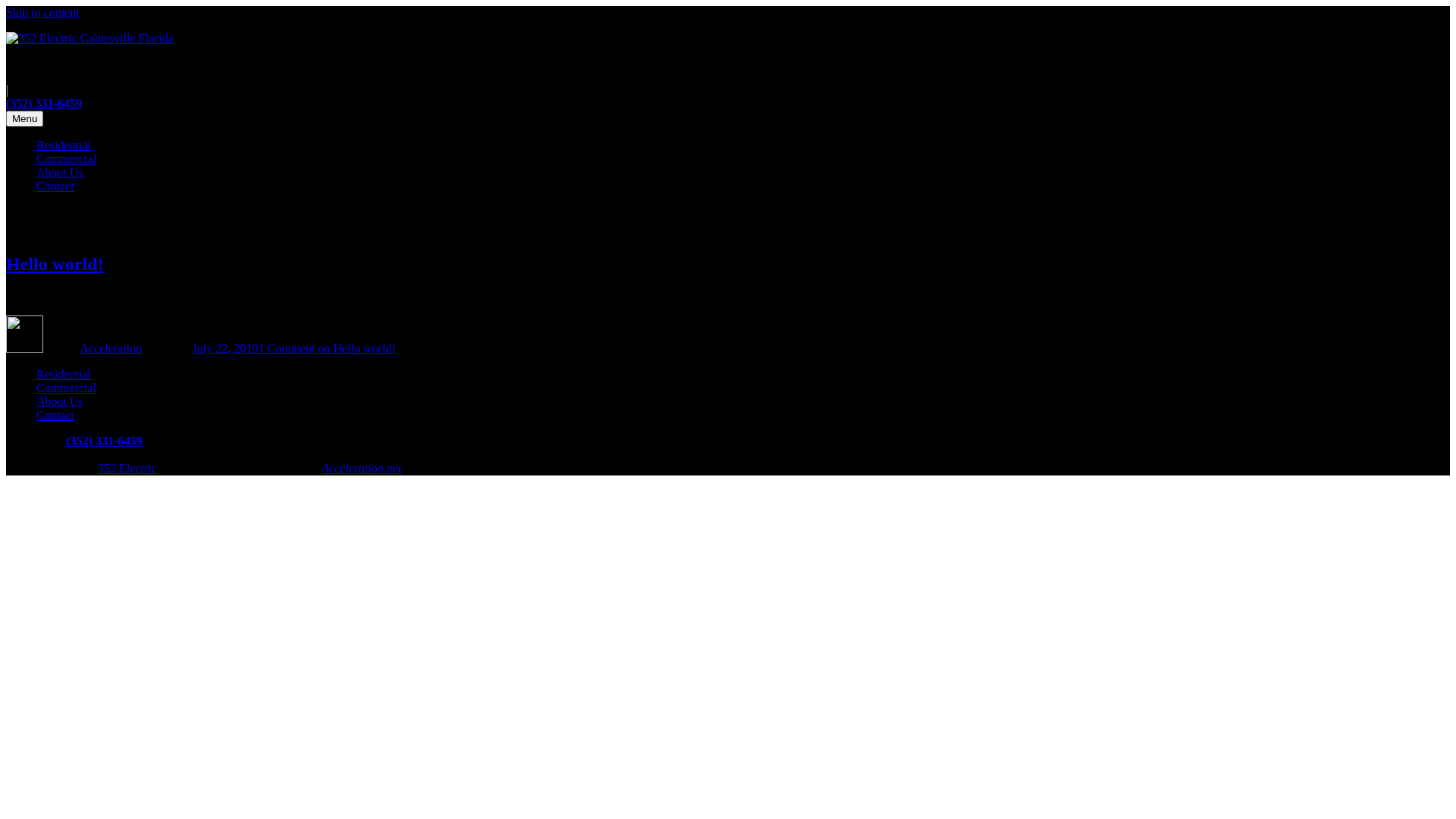 This screenshot has width=1456, height=819. Describe the element at coordinates (360, 467) in the screenshot. I see `'Acceleration.net'` at that location.